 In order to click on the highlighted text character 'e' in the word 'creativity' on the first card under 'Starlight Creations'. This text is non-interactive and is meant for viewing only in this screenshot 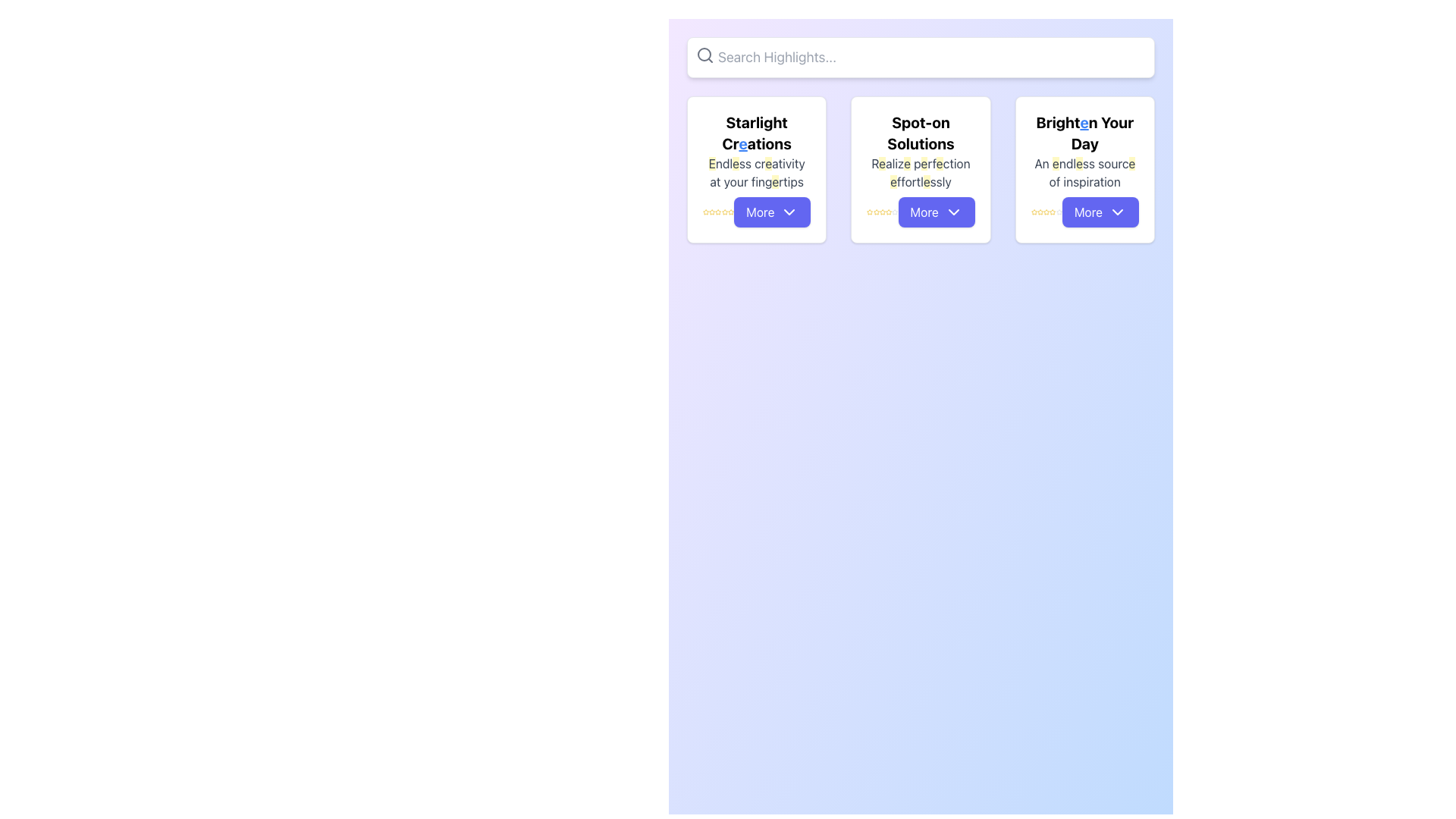, I will do `click(768, 164)`.